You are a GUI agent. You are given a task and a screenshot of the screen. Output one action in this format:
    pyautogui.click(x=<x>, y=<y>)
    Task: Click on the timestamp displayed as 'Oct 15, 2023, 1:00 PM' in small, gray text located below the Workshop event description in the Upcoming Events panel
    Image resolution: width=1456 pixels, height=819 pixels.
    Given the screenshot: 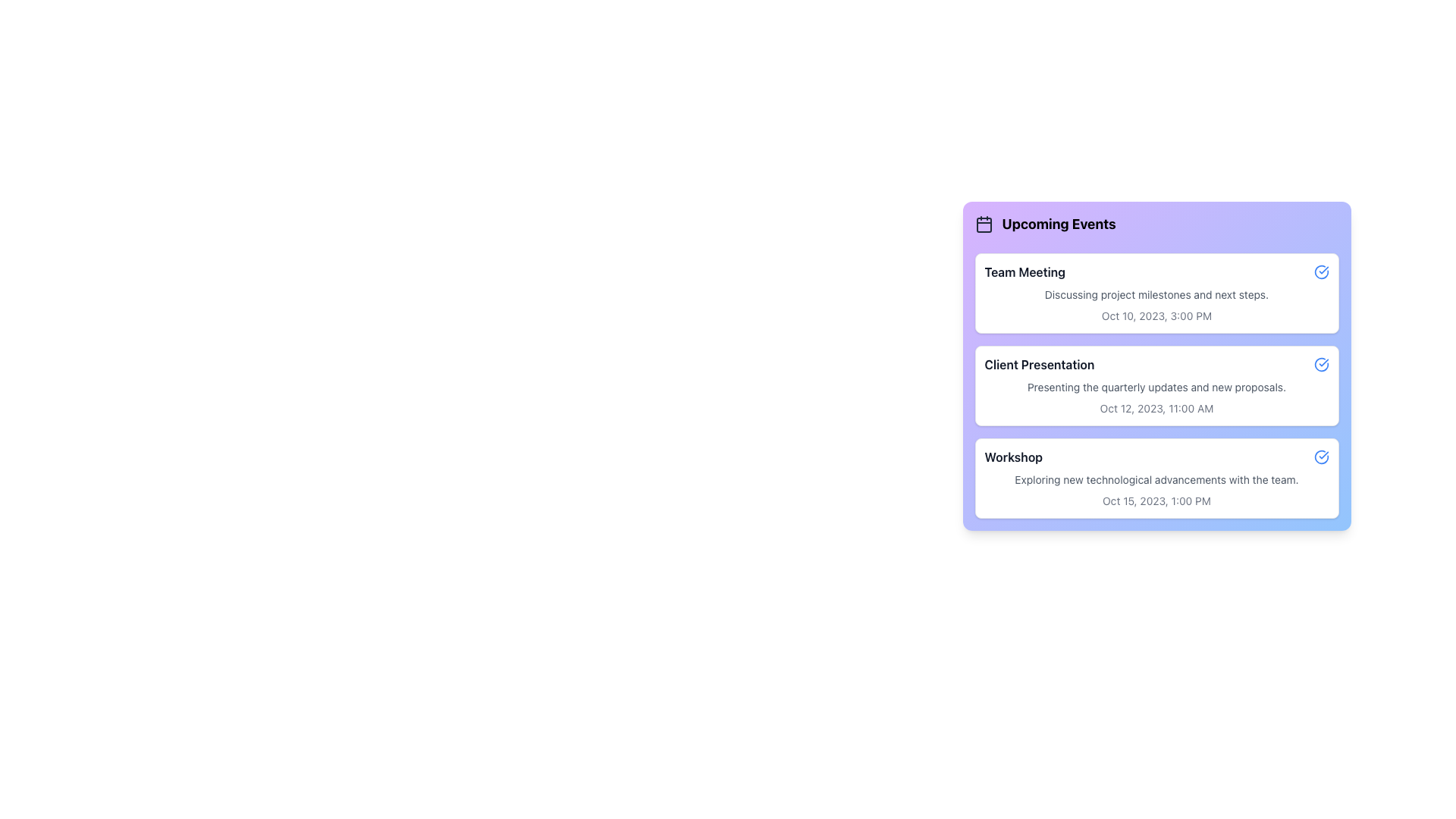 What is the action you would take?
    pyautogui.click(x=1156, y=500)
    